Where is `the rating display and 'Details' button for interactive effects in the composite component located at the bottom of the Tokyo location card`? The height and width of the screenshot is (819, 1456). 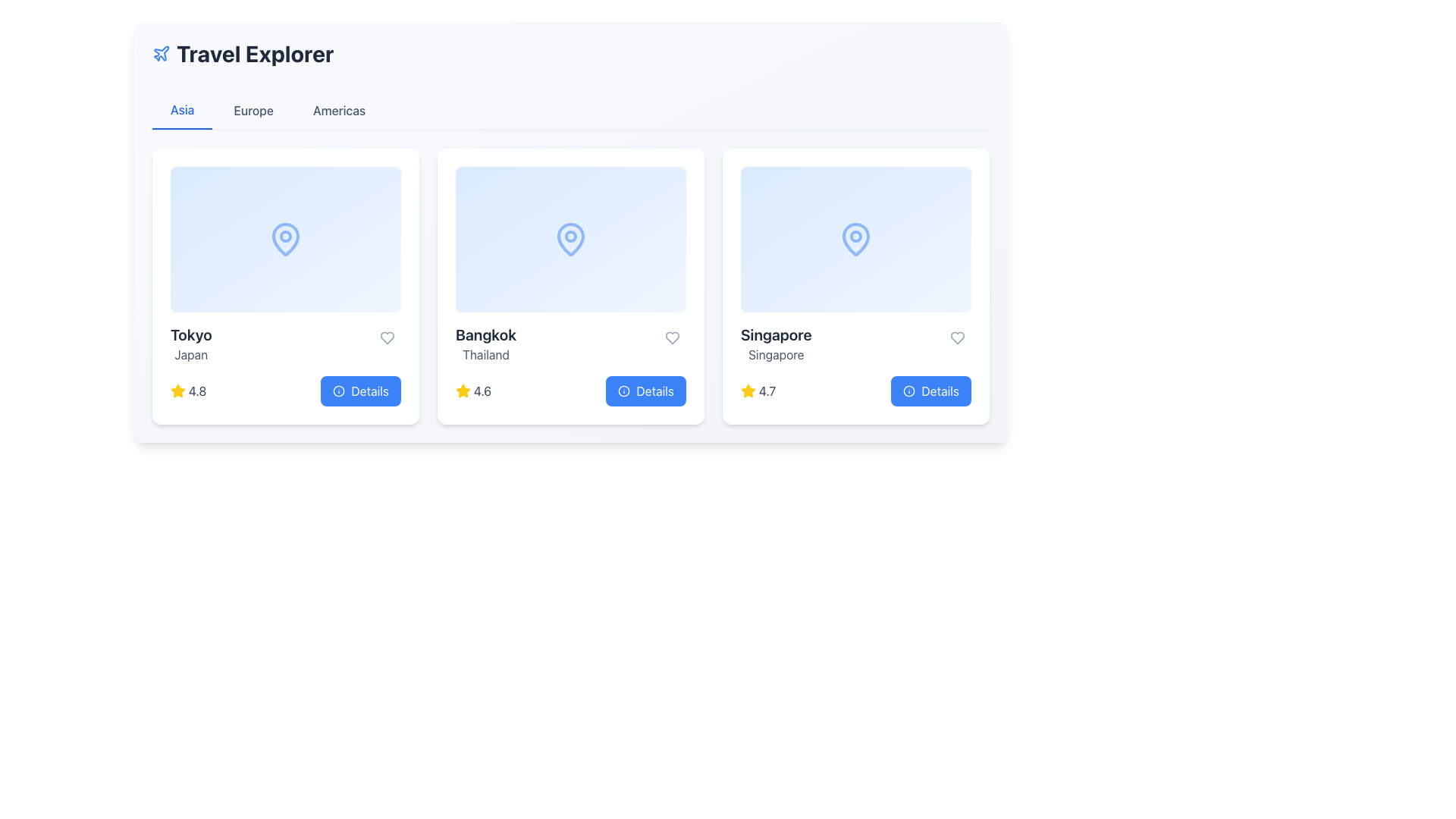 the rating display and 'Details' button for interactive effects in the composite component located at the bottom of the Tokyo location card is located at coordinates (286, 391).